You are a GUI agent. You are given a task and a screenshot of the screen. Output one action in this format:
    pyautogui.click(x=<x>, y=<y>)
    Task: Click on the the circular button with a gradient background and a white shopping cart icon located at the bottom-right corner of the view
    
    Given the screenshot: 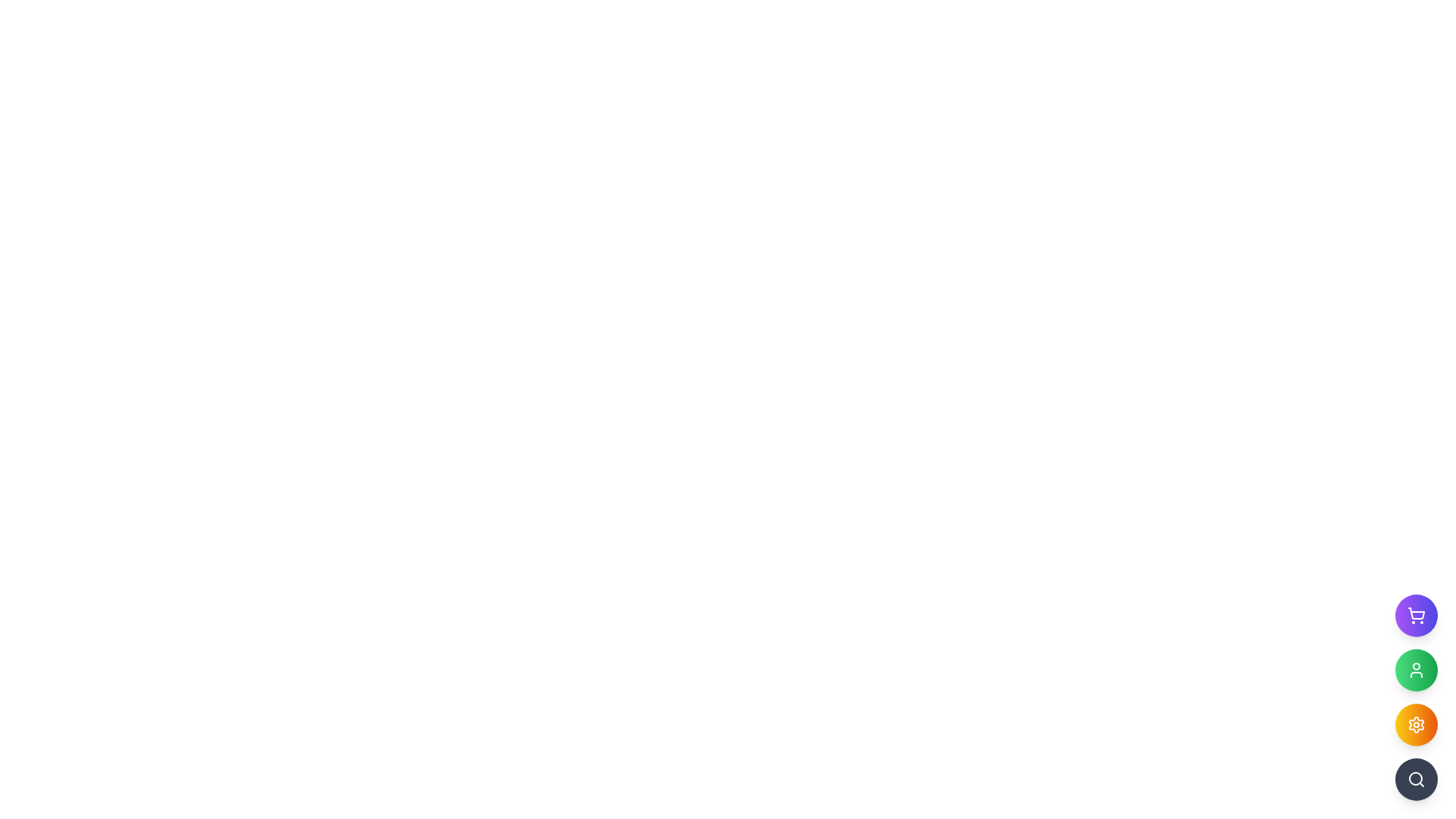 What is the action you would take?
    pyautogui.click(x=1415, y=616)
    